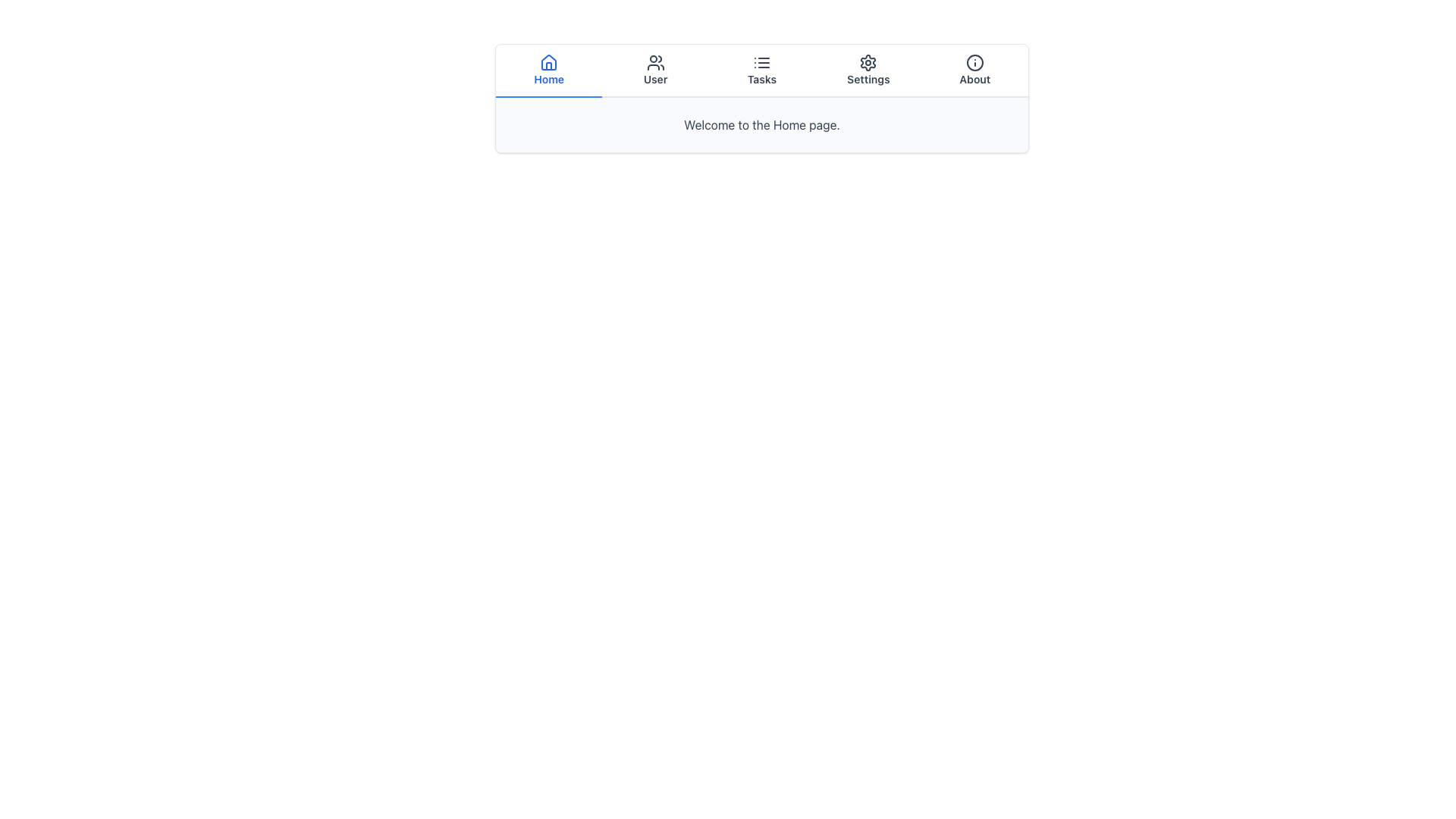 The height and width of the screenshot is (819, 1456). I want to click on the 'Users' icon, which features two user figures and is located in the second slot of the horizontal navigation bar, so click(655, 62).